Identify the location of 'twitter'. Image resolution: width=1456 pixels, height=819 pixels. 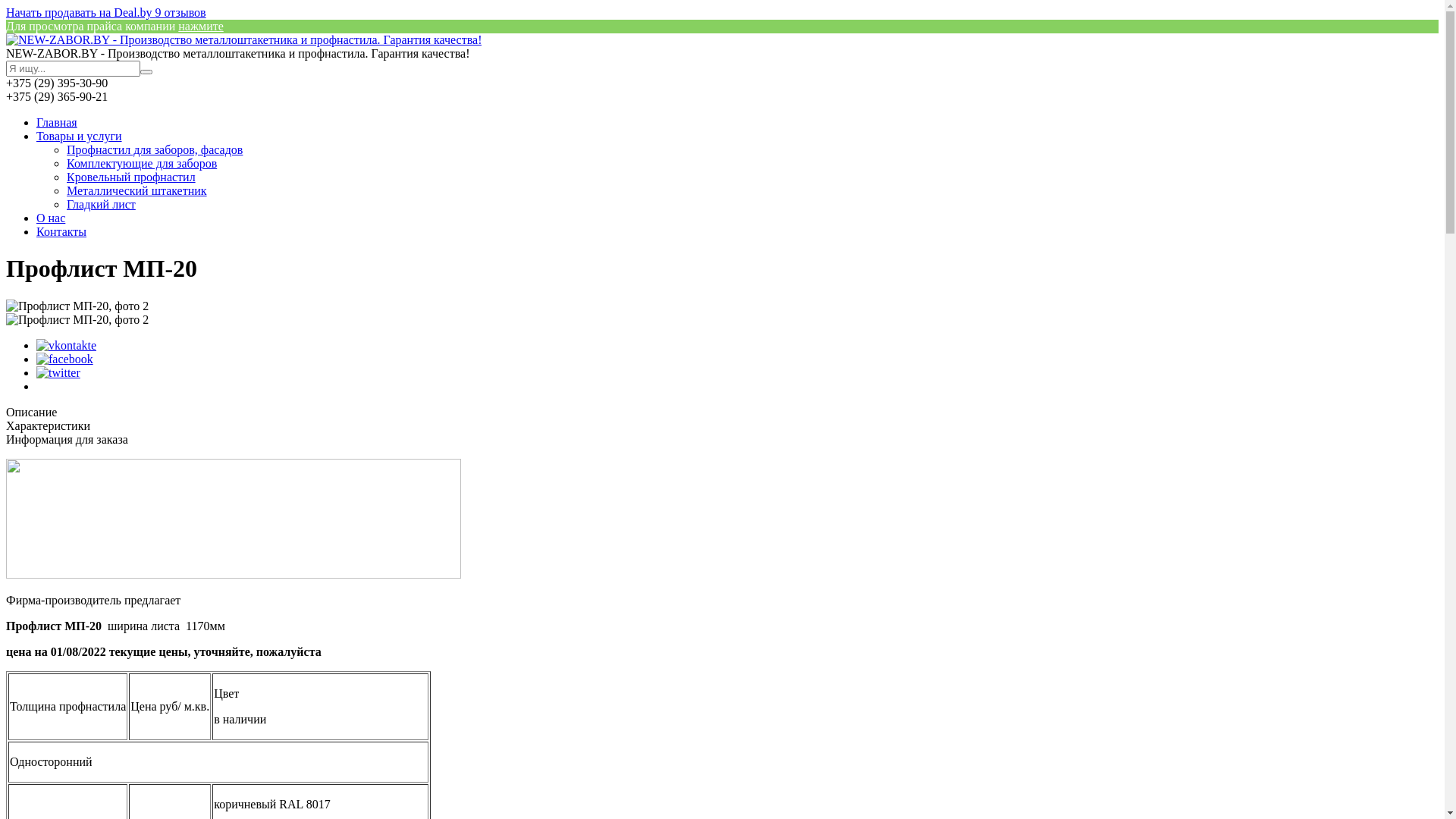
(58, 372).